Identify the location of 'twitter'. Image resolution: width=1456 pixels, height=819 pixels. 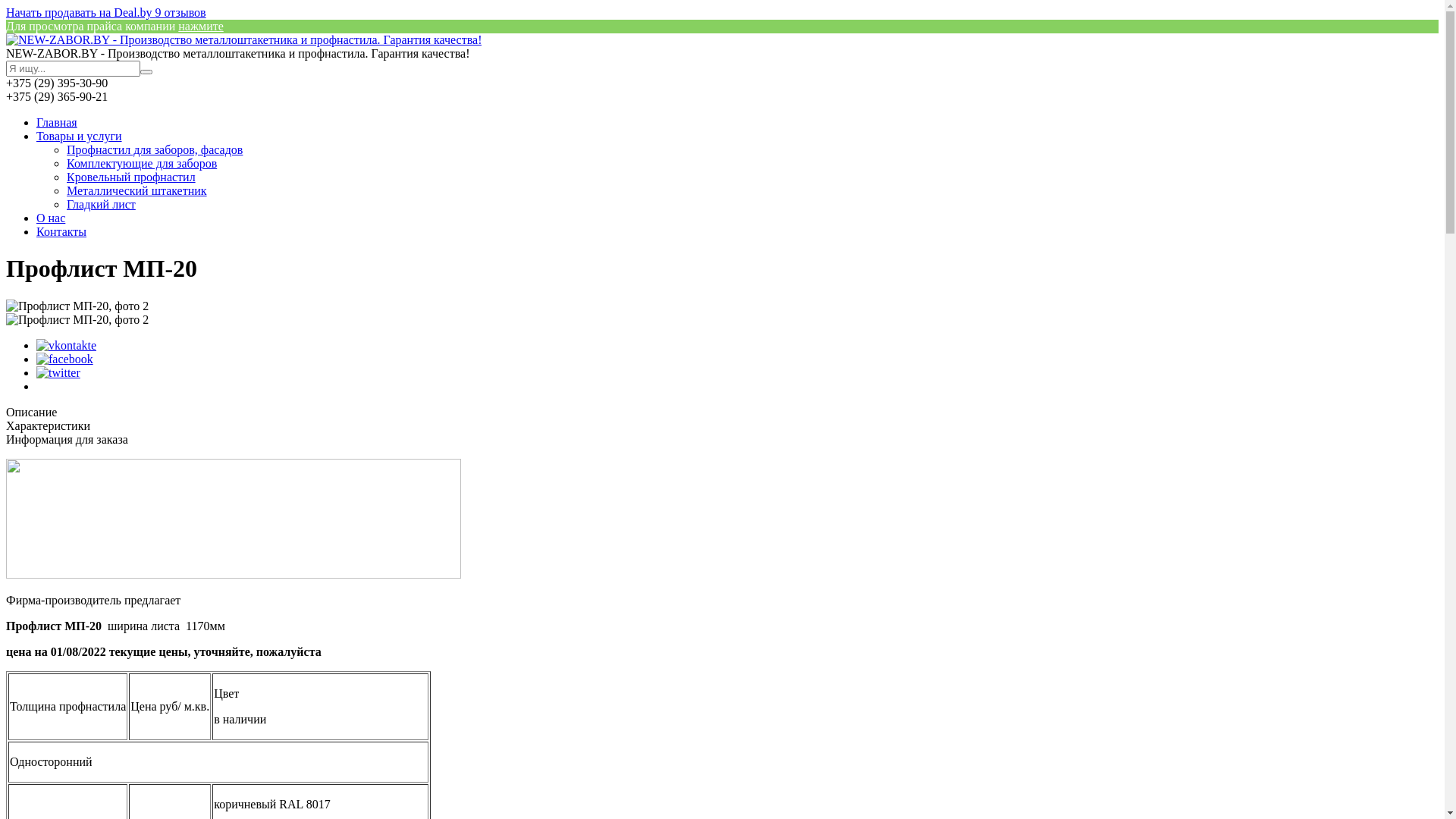
(58, 372).